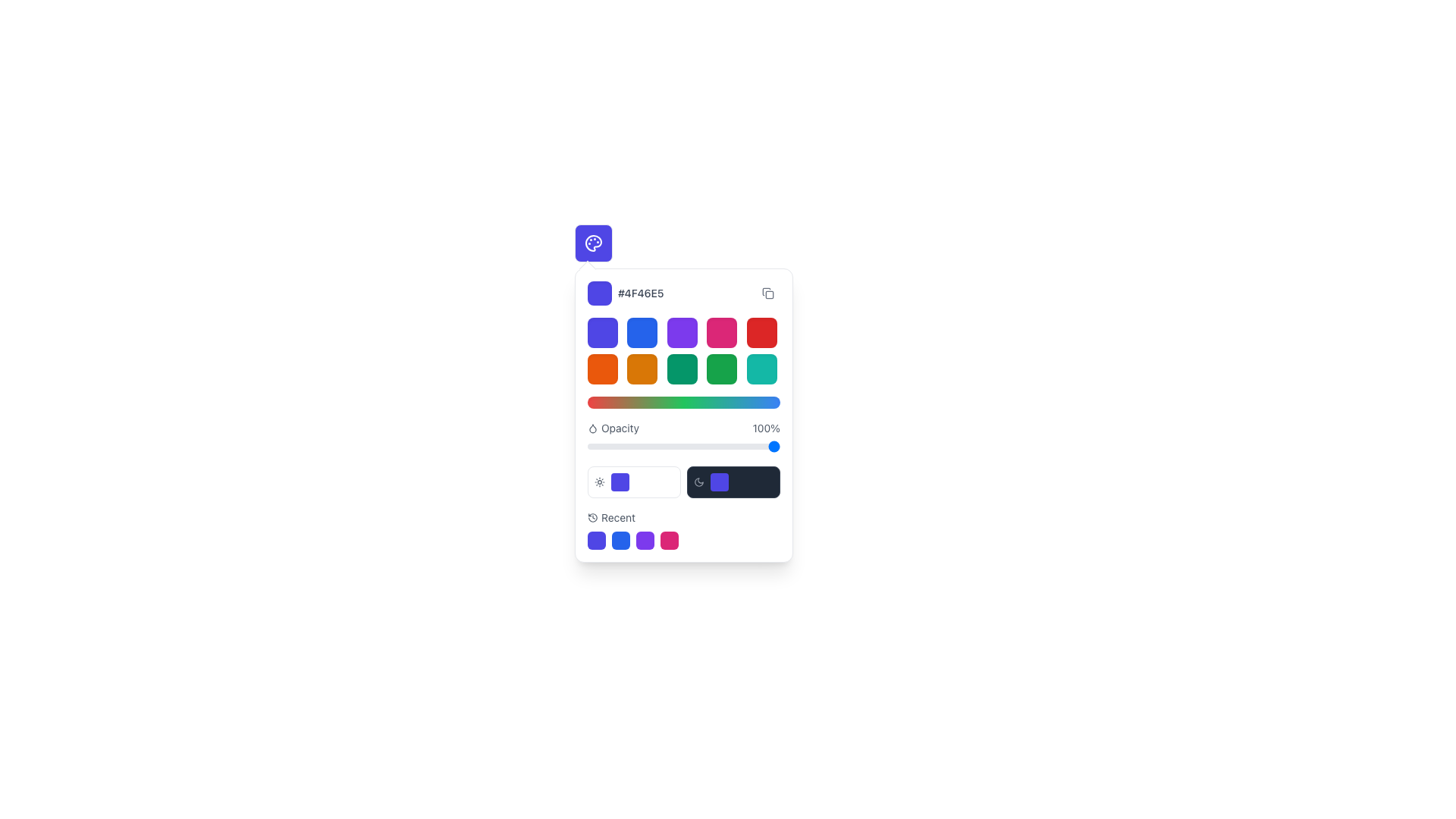 The image size is (1456, 819). What do you see at coordinates (702, 446) in the screenshot?
I see `opacity` at bounding box center [702, 446].